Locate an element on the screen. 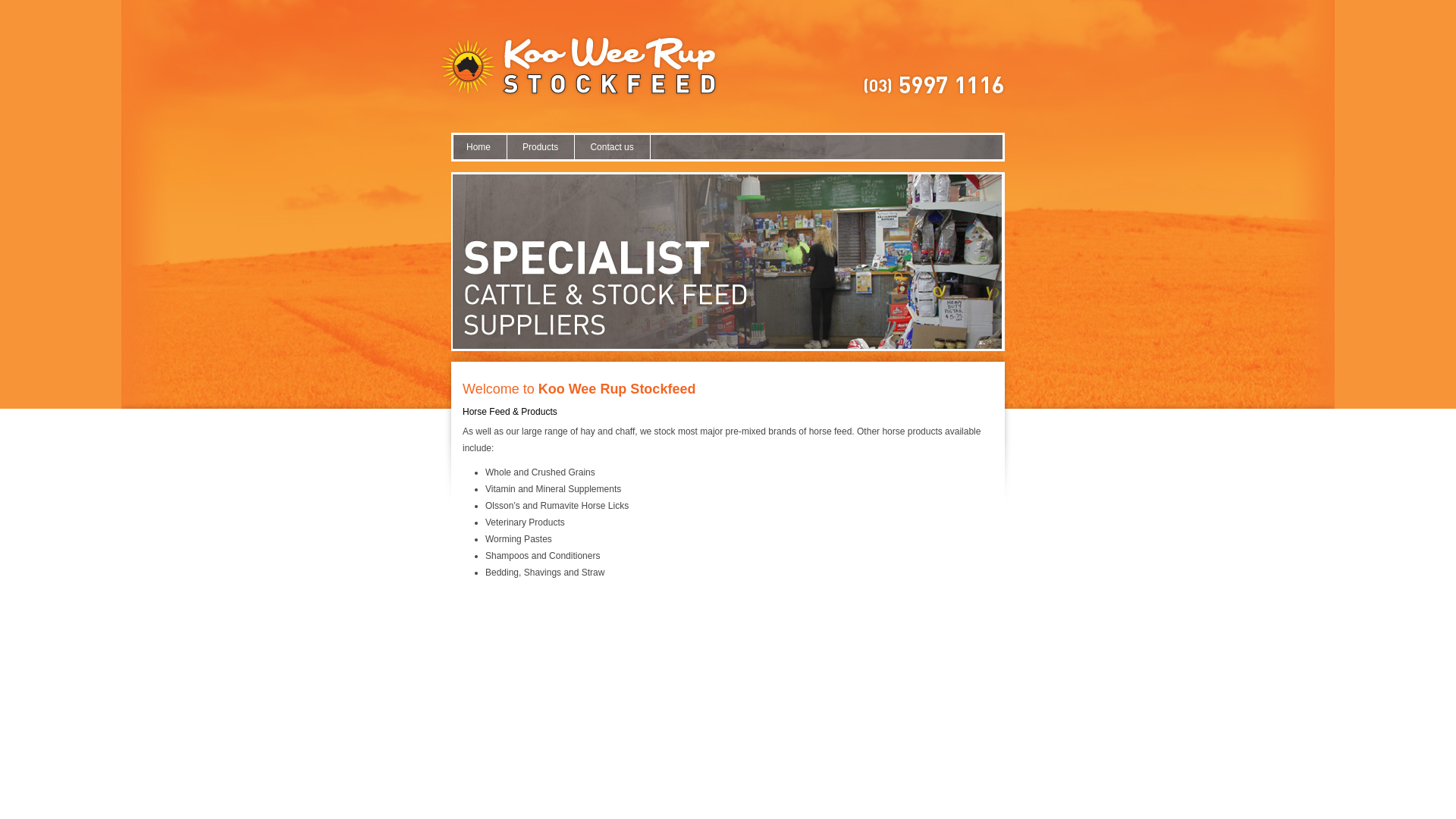  'Home' is located at coordinates (478, 146).